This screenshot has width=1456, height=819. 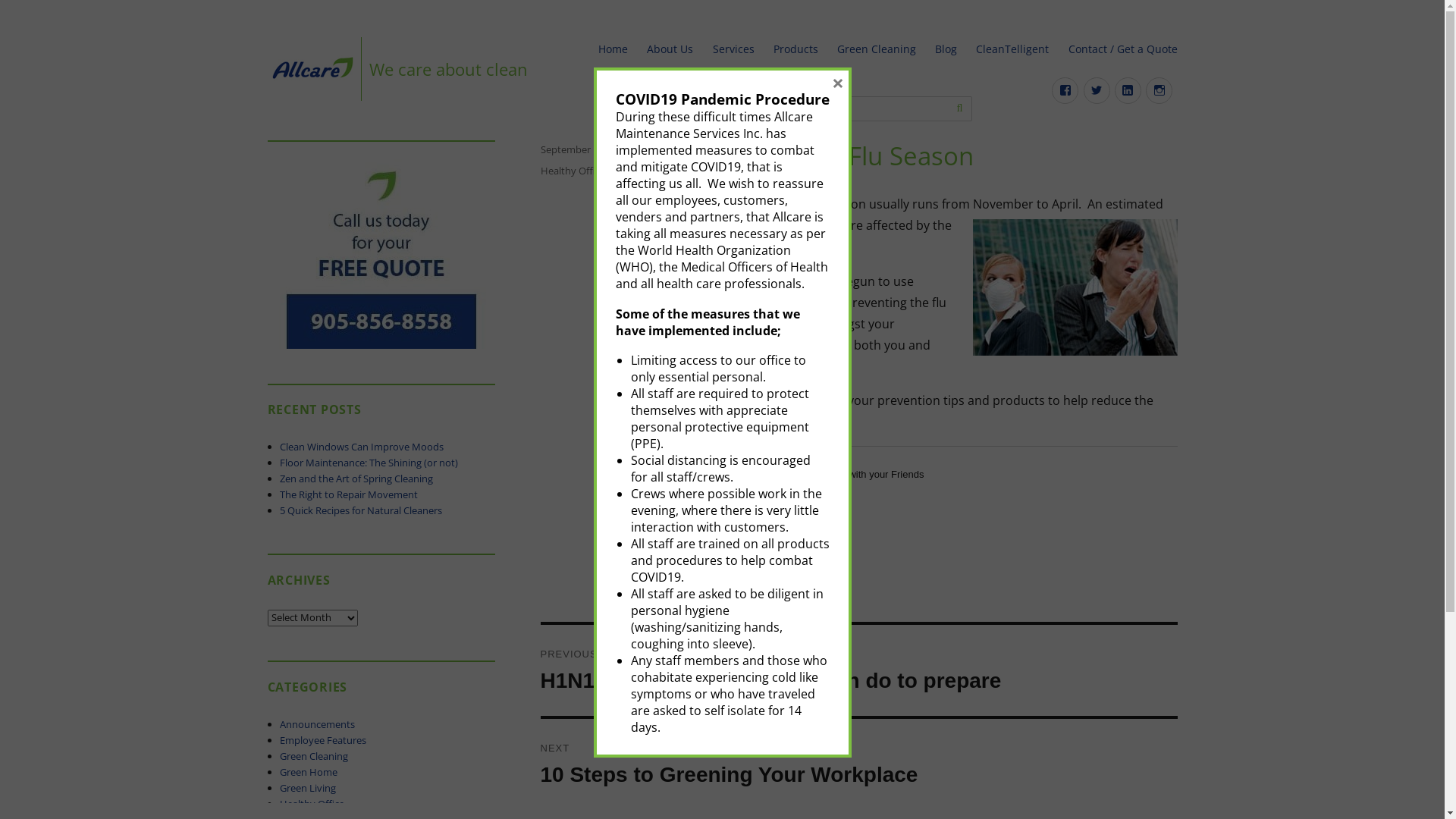 I want to click on 'Instragram', so click(x=1158, y=90).